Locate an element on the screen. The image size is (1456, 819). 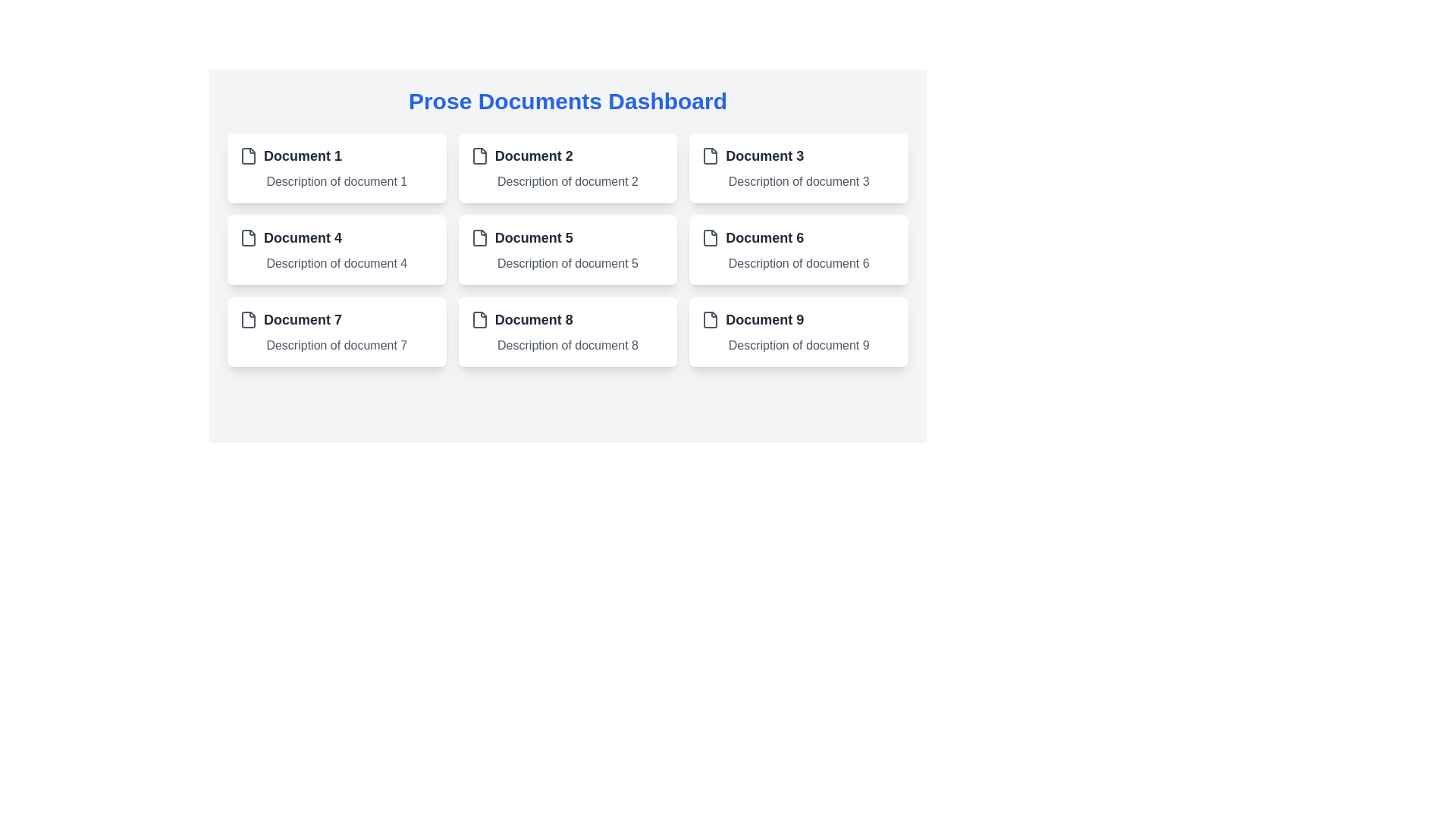
the 'Document 4' card is located at coordinates (336, 249).